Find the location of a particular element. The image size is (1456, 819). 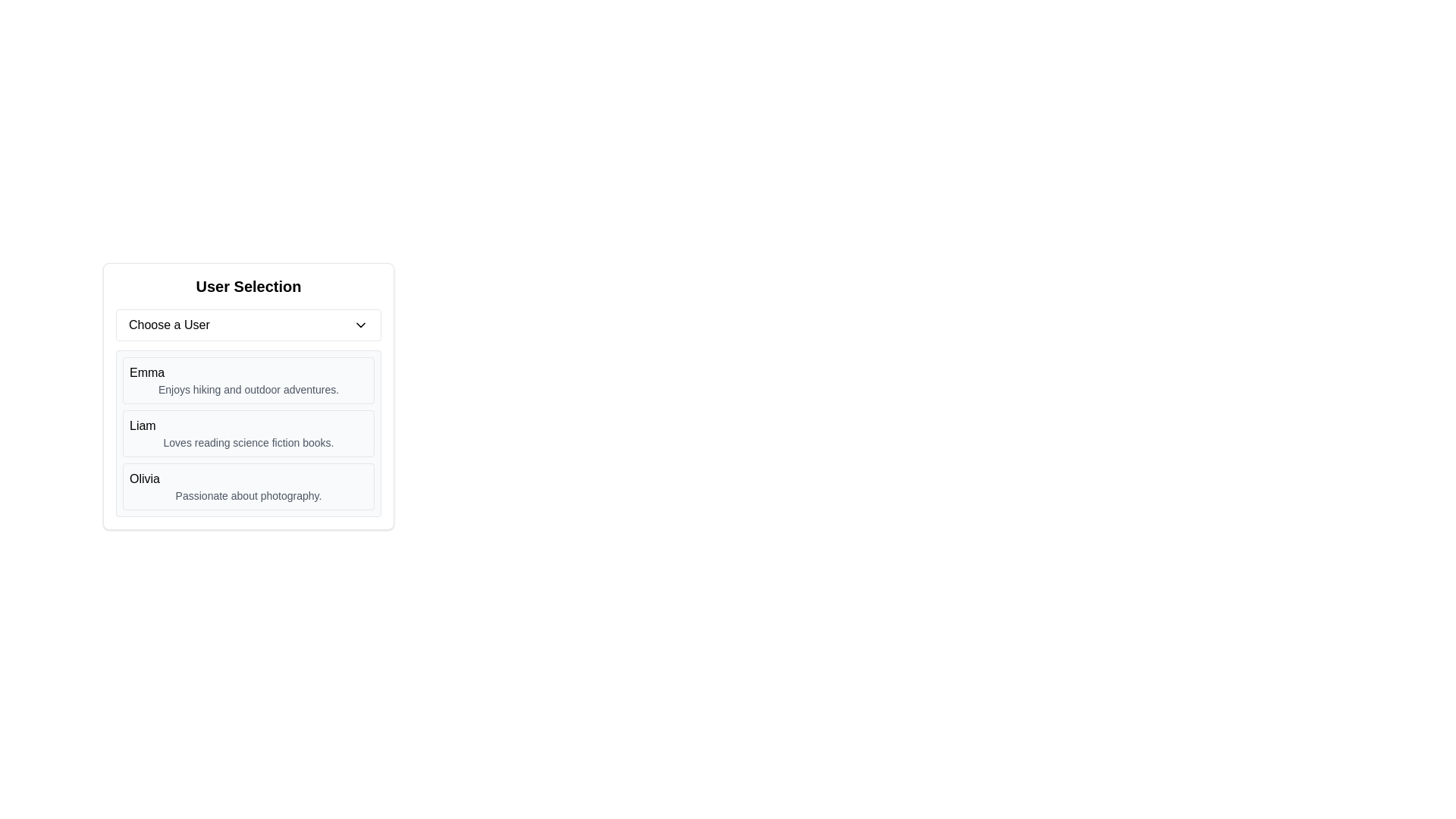

the text label displaying 'Liam', which is located in the middle card of the vertical user selection list, positioned between 'Emma' and 'Olivia' is located at coordinates (143, 426).